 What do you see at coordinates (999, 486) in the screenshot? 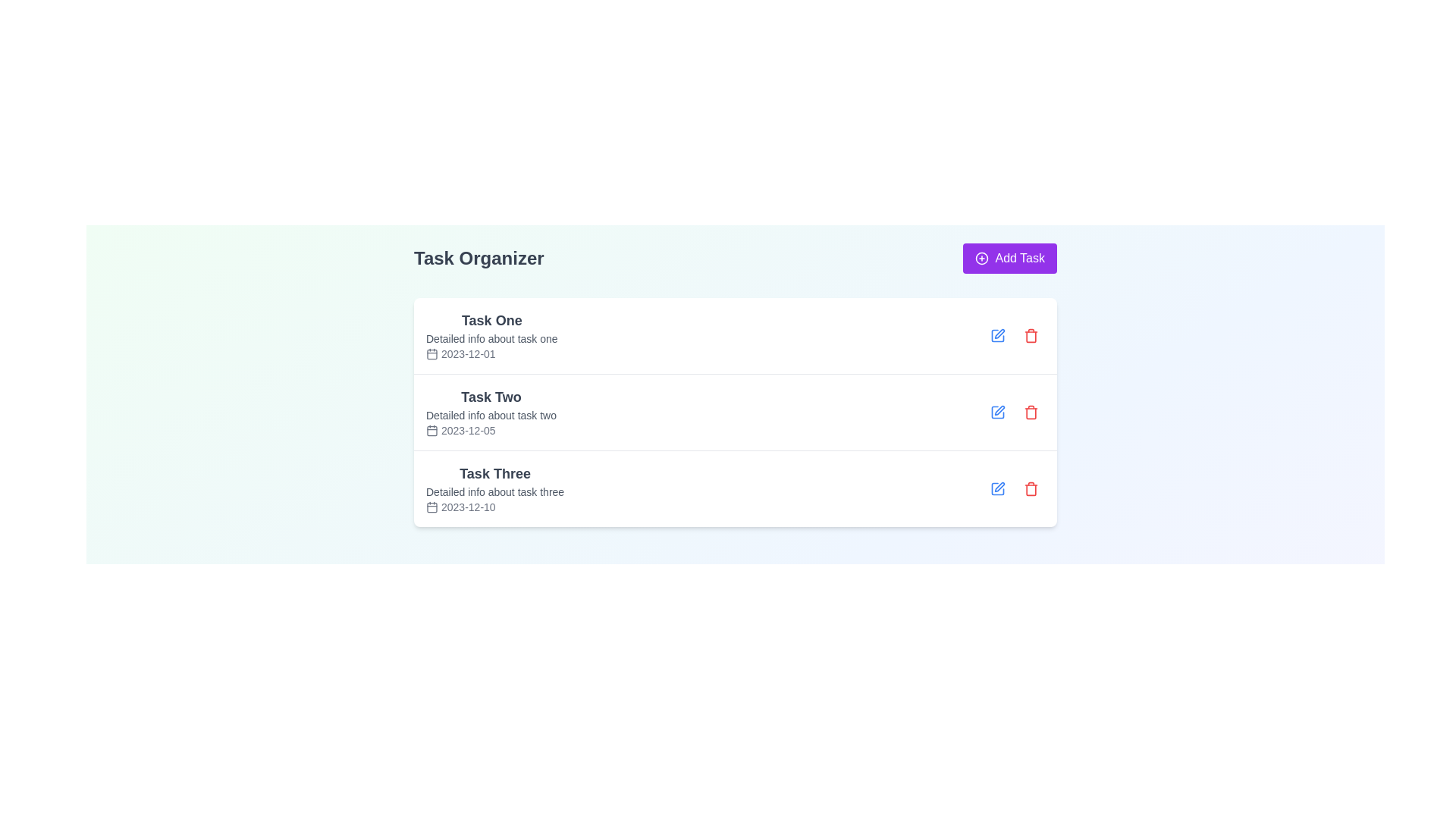
I see `the pencil-shaped edit icon located adjacent to the textual information of Task Three to initiate editing` at bounding box center [999, 486].